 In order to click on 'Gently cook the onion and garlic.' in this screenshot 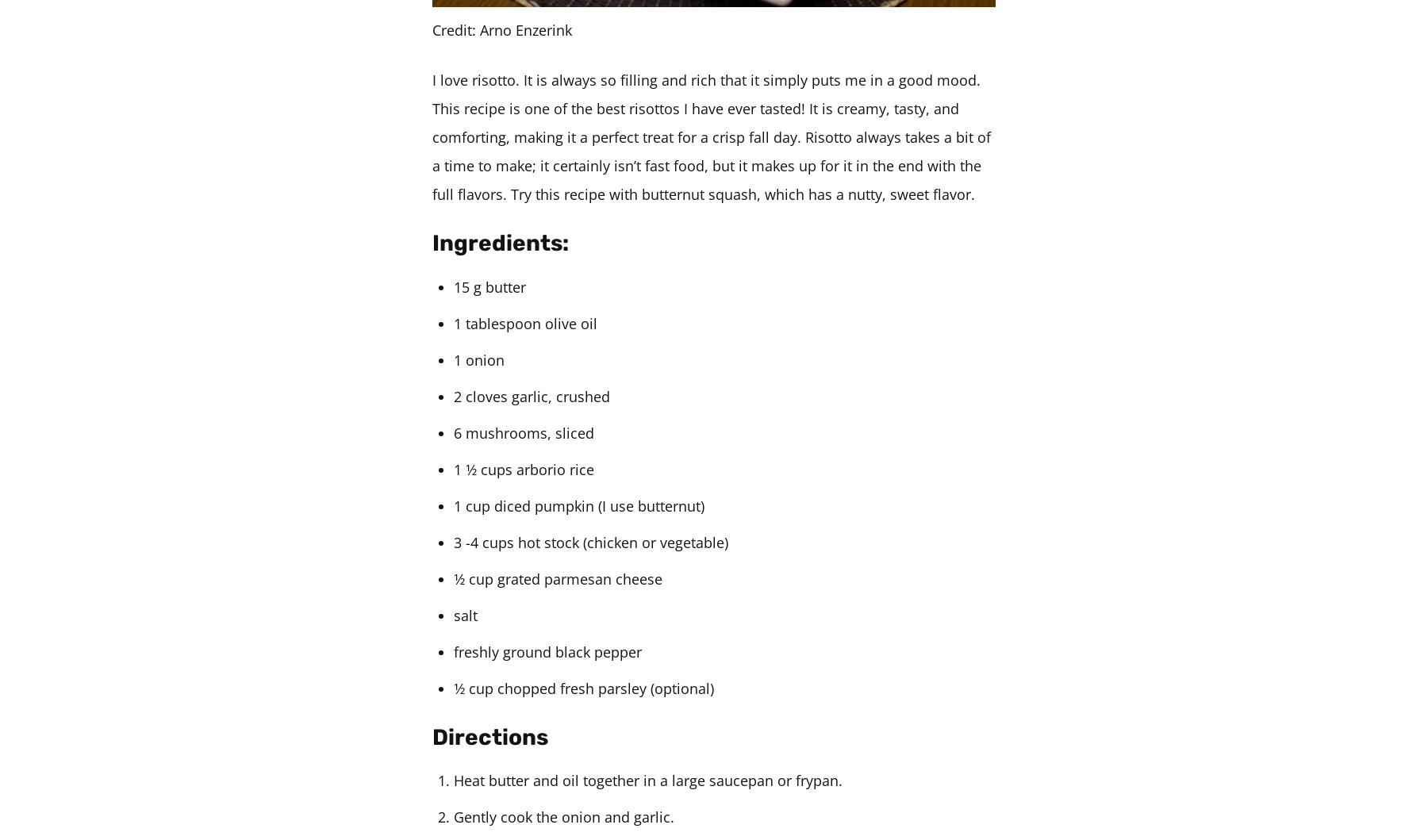, I will do `click(563, 815)`.